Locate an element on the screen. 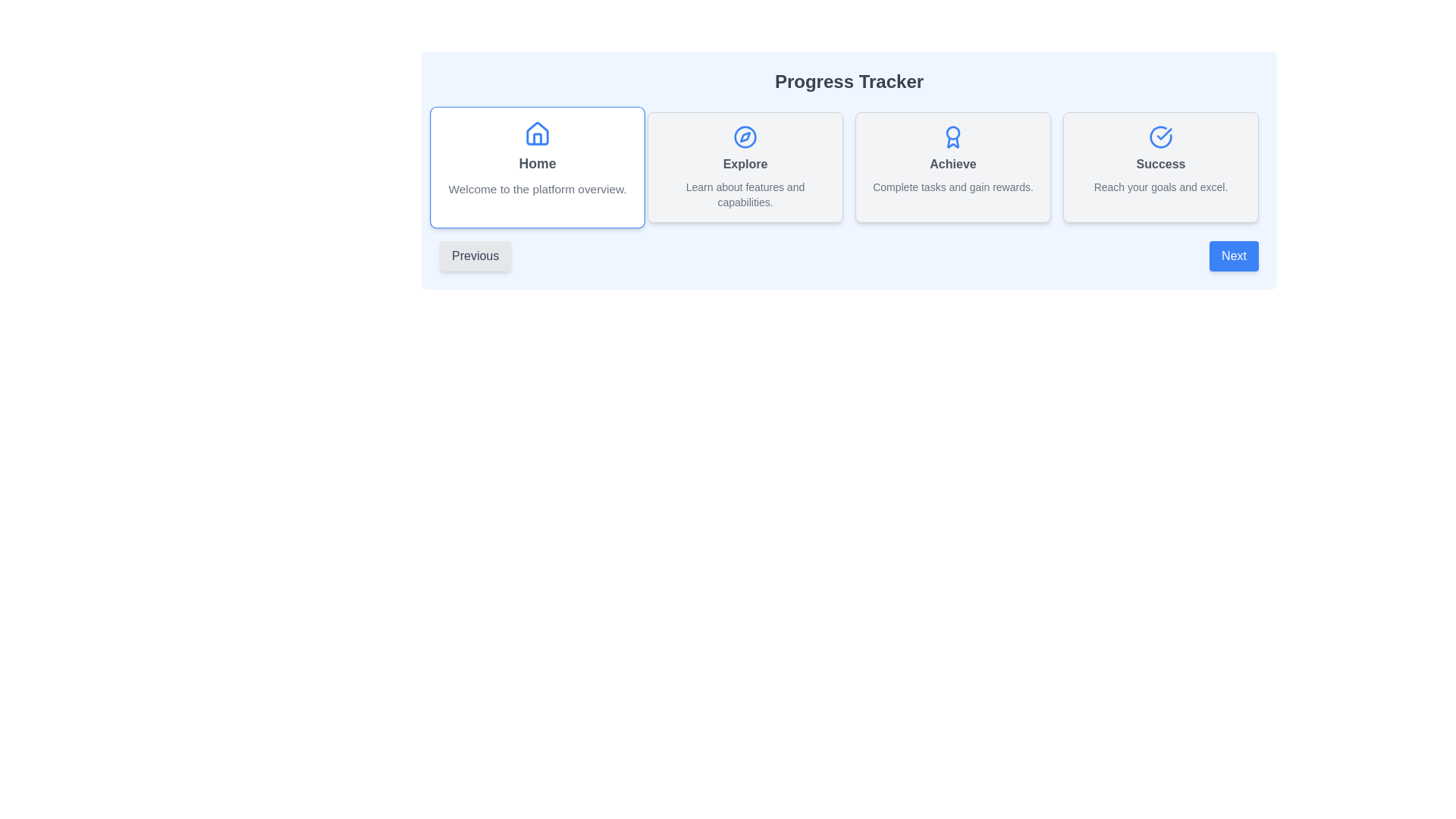  the blue checkmark icon located within the 'Success' card in the Progress Tracker section is located at coordinates (1163, 133).